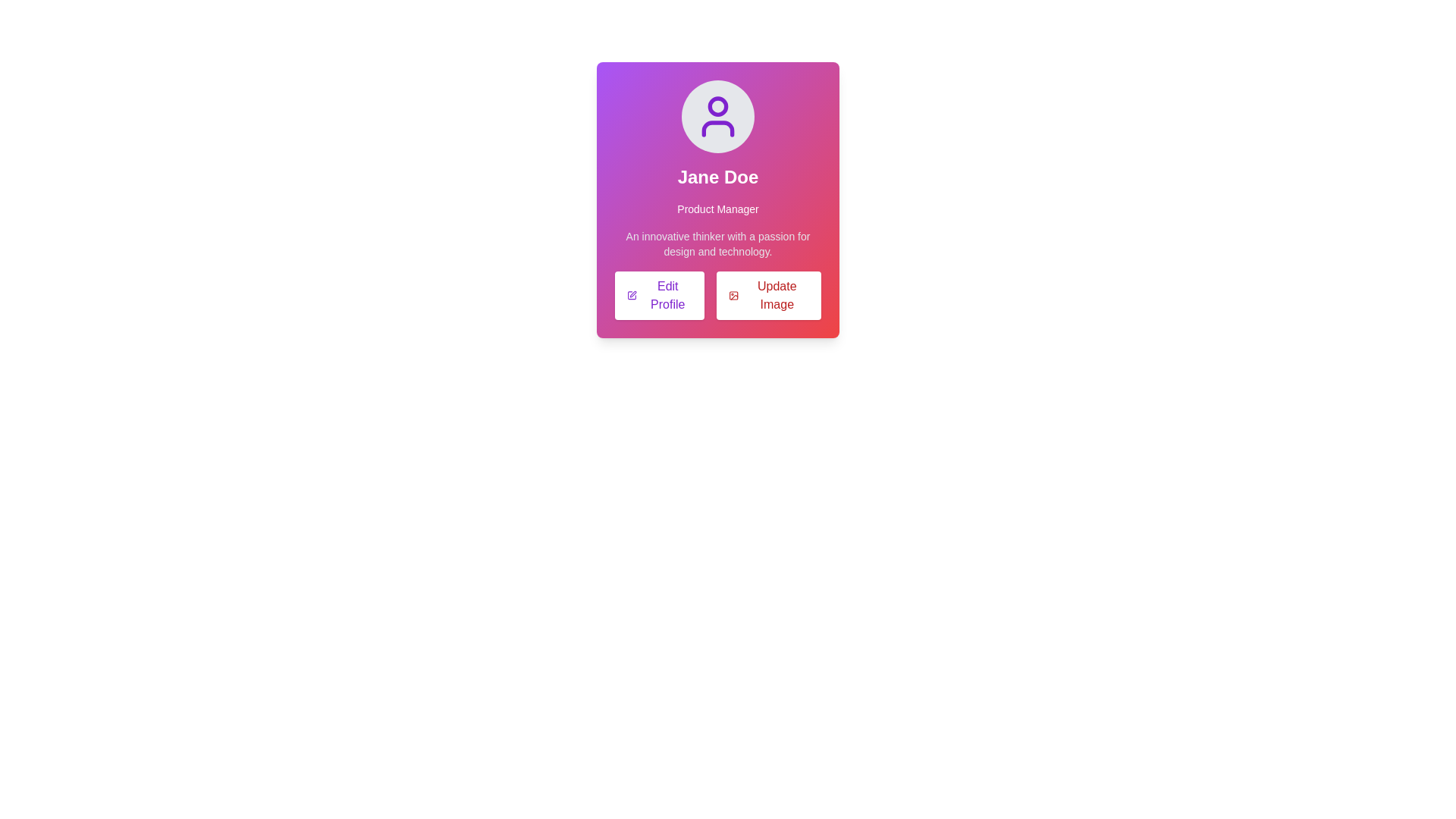  What do you see at coordinates (733, 295) in the screenshot?
I see `the decorative Rectangle UI component located above the 'Update Image' button and to the right of the 'Edit Profile' button, which serves as a background for surrounding graphical elements` at bounding box center [733, 295].